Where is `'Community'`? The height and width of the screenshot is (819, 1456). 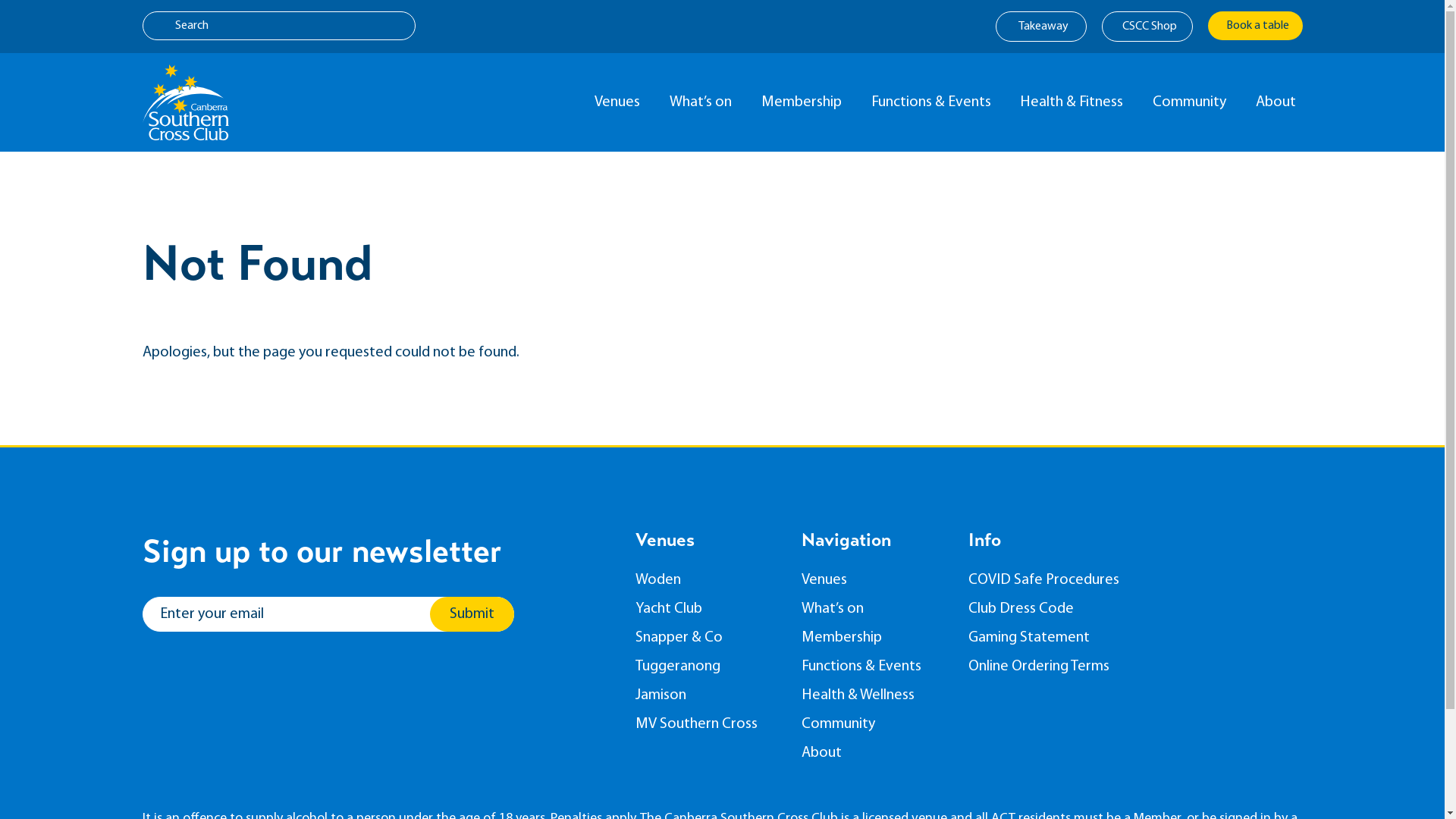
'Community' is located at coordinates (1192, 102).